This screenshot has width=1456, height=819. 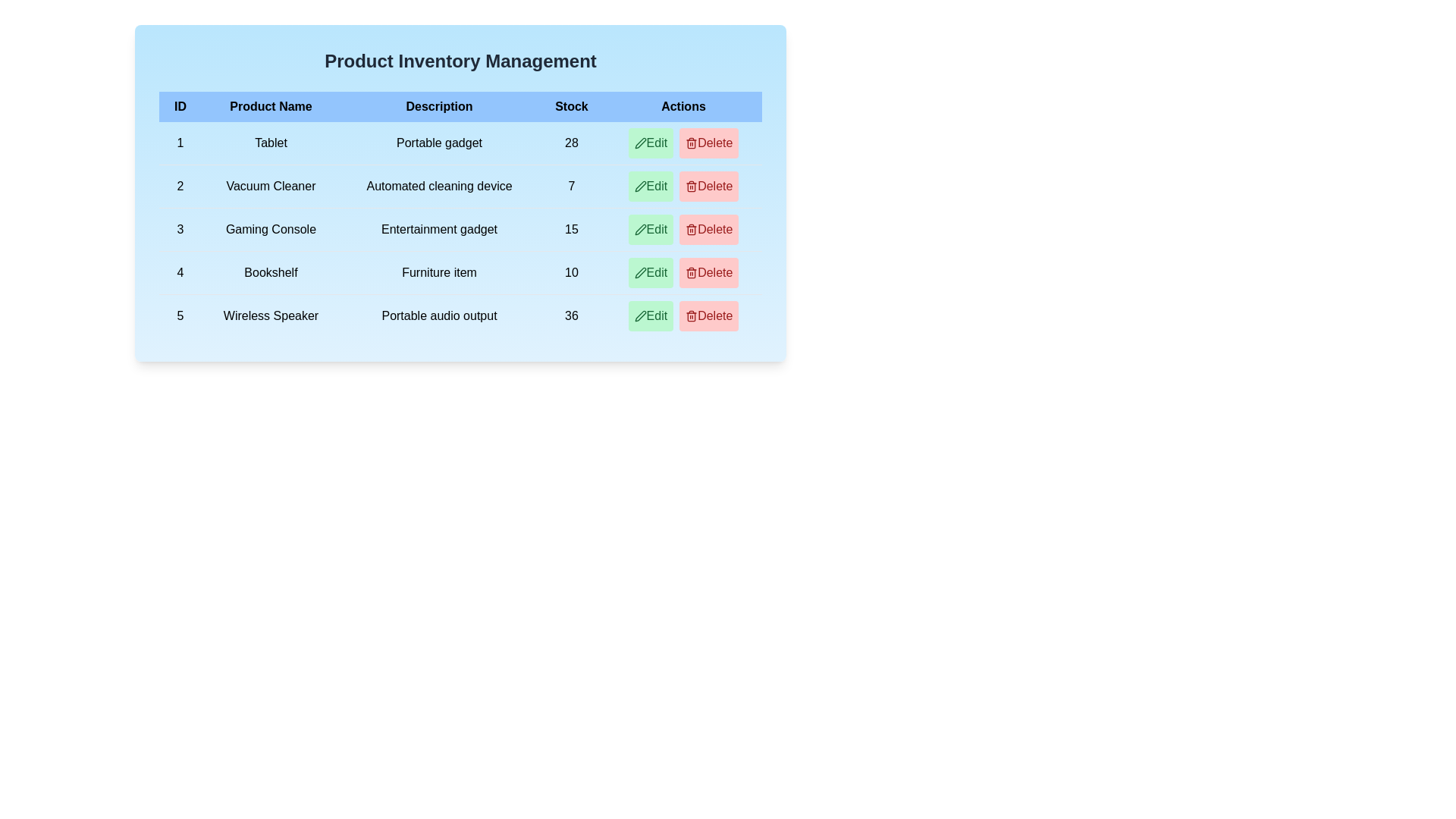 What do you see at coordinates (640, 271) in the screenshot?
I see `the pen icon located in the fourth row of the table under the 'Actions' column within the 'Edit' button, which has a green background` at bounding box center [640, 271].